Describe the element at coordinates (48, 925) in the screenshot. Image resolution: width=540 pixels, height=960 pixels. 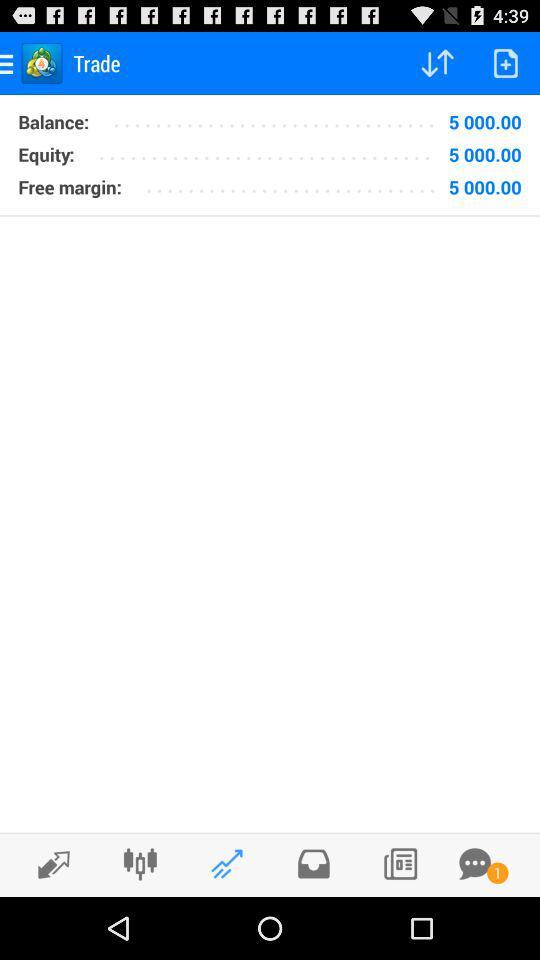
I see `the edit icon` at that location.